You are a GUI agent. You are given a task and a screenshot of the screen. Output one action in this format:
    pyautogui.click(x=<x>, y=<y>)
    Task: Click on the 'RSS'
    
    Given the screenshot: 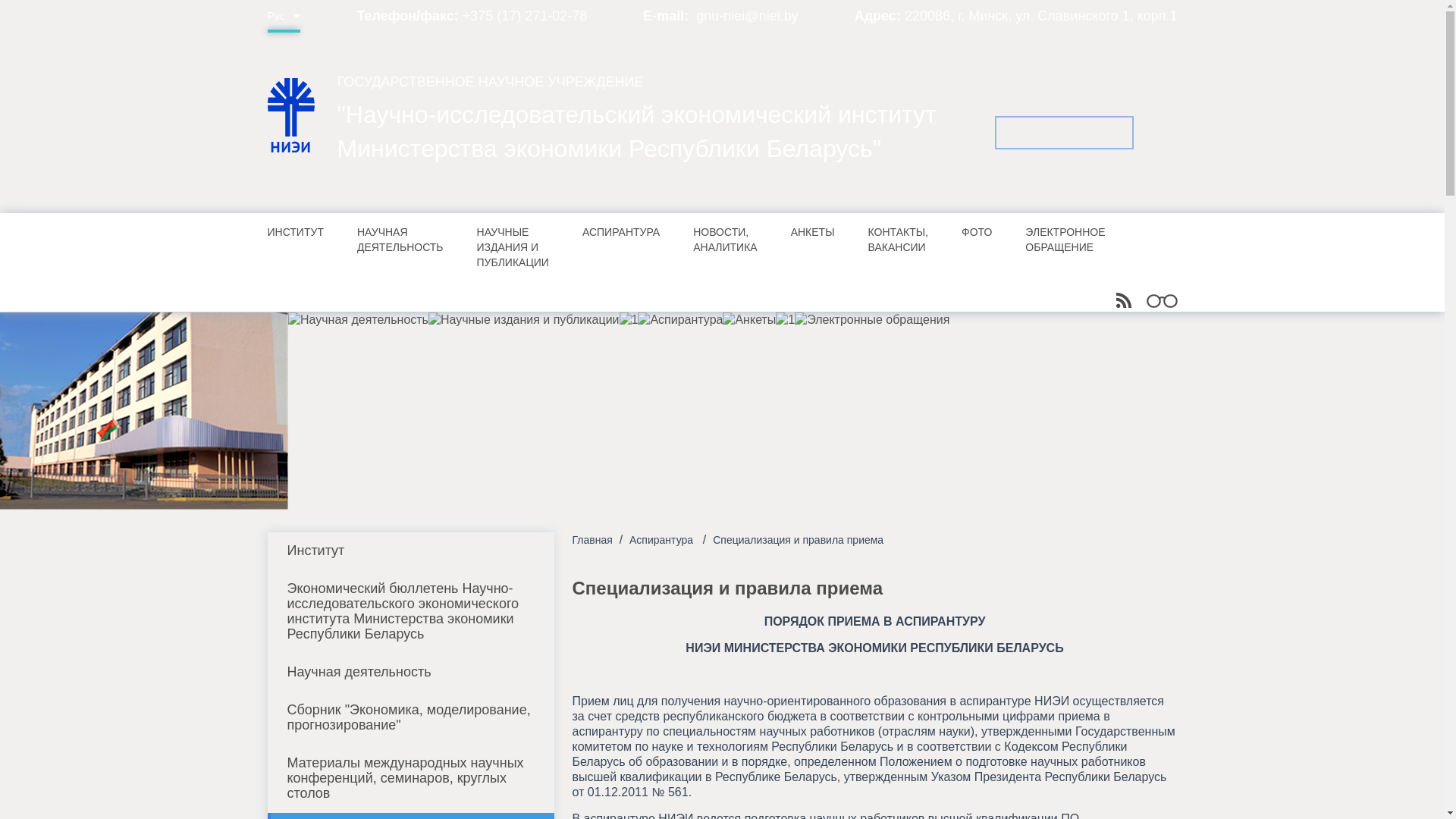 What is the action you would take?
    pyautogui.click(x=1105, y=303)
    